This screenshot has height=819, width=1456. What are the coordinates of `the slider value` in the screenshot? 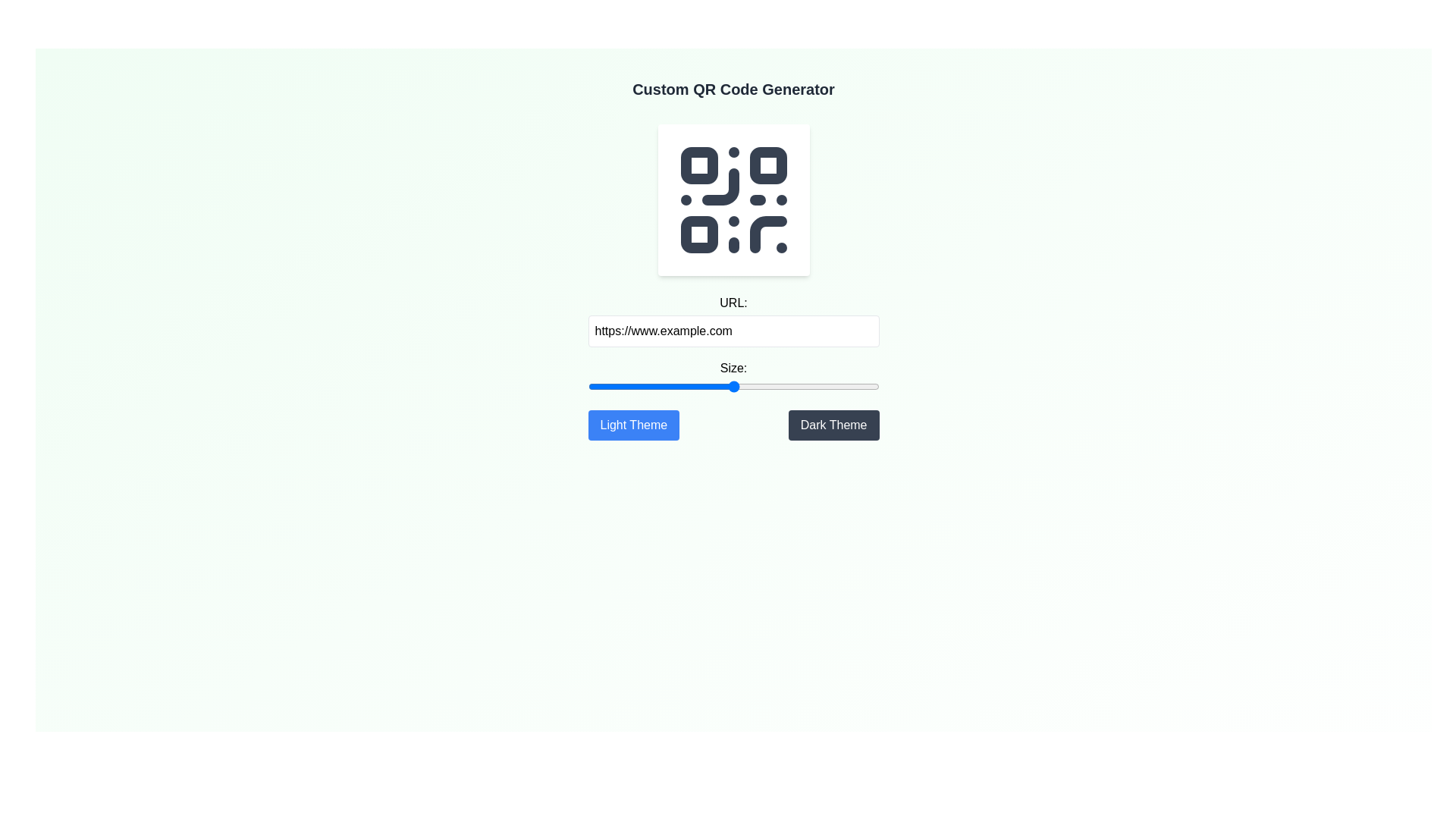 It's located at (714, 385).